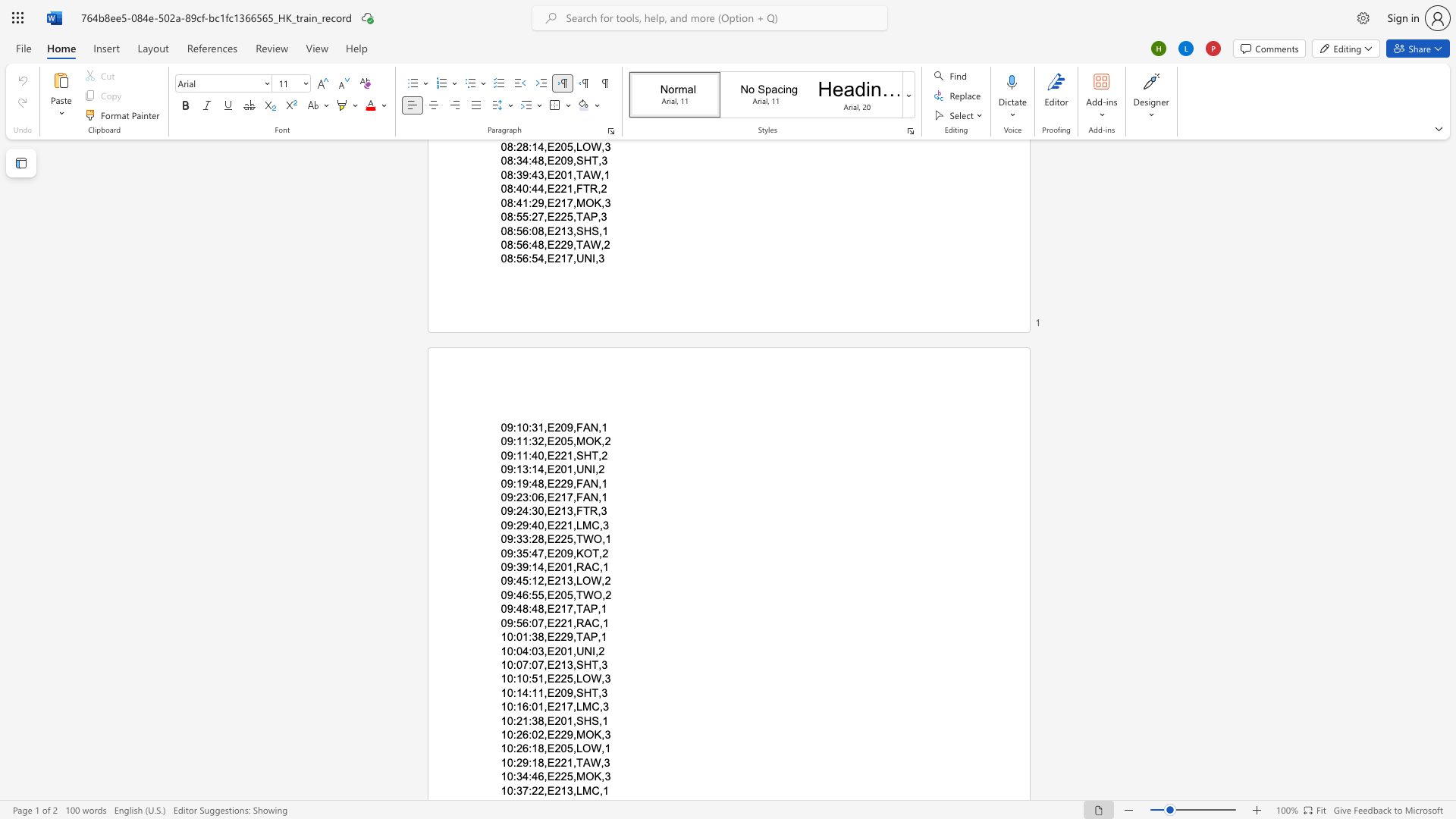 The height and width of the screenshot is (819, 1456). I want to click on the subset text ",3" within the text "10:16:01,E217,LMC,3", so click(598, 707).